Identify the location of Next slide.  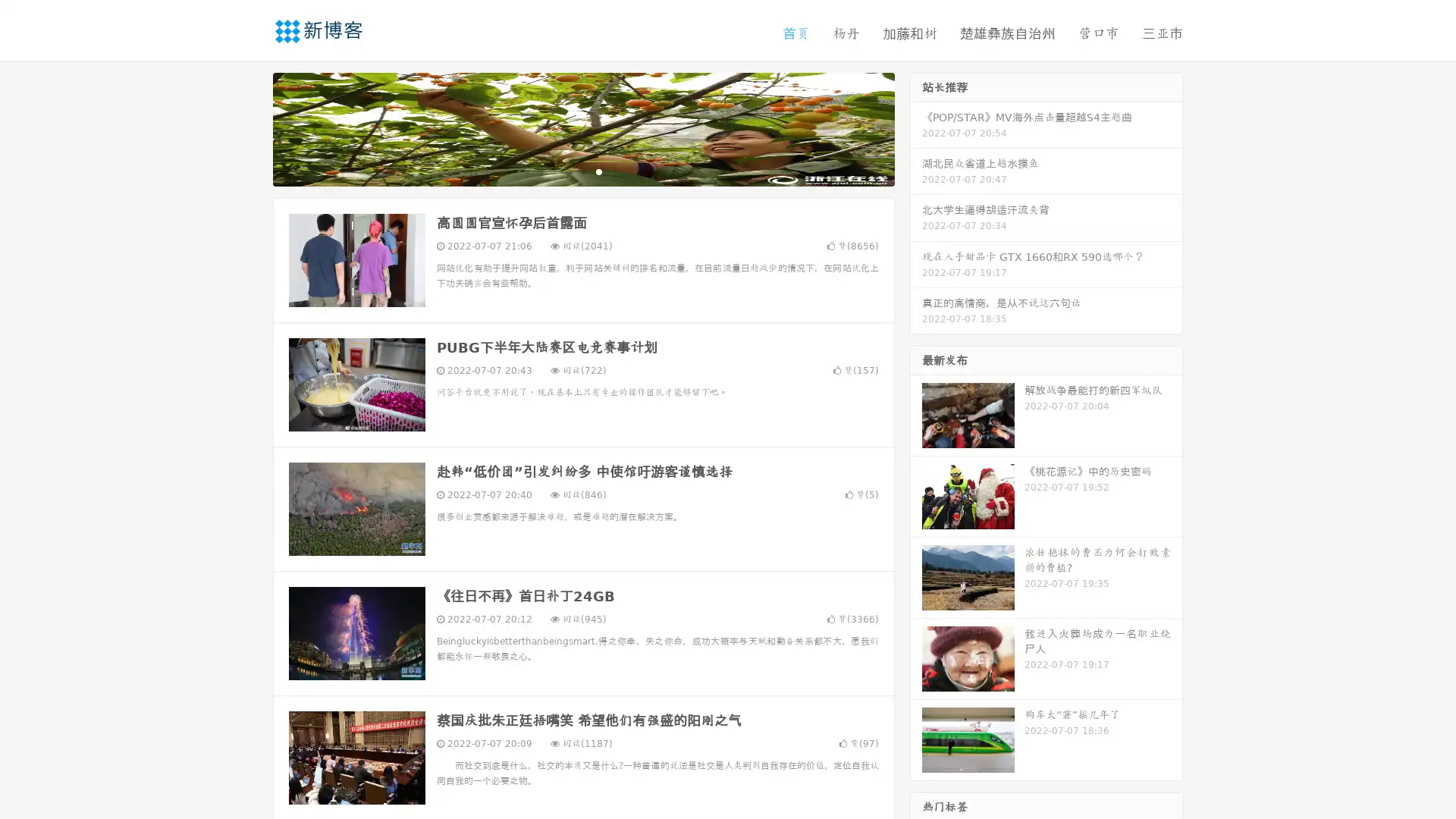
(916, 127).